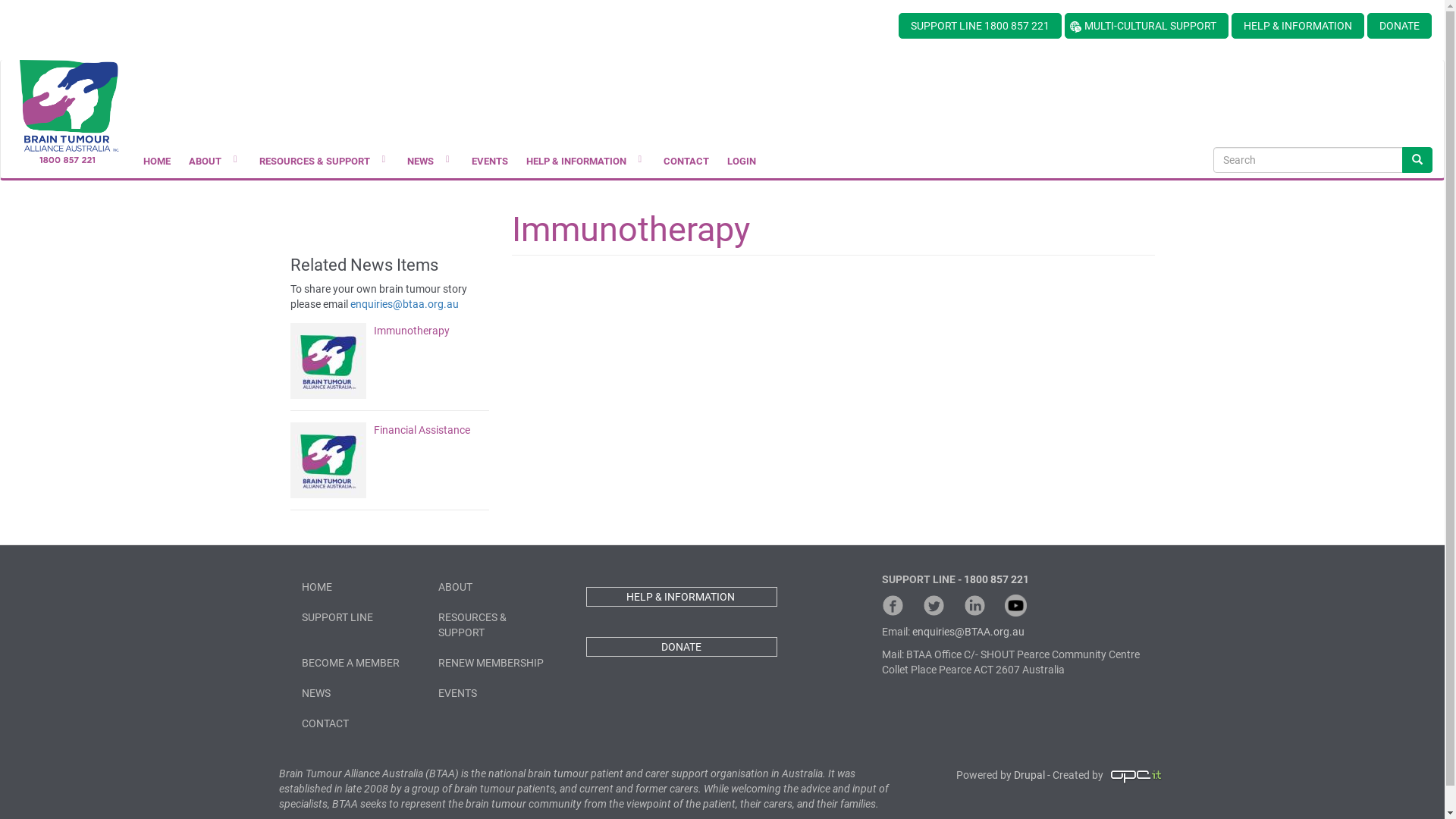 This screenshot has height=819, width=1456. Describe the element at coordinates (1416, 160) in the screenshot. I see `'Search'` at that location.